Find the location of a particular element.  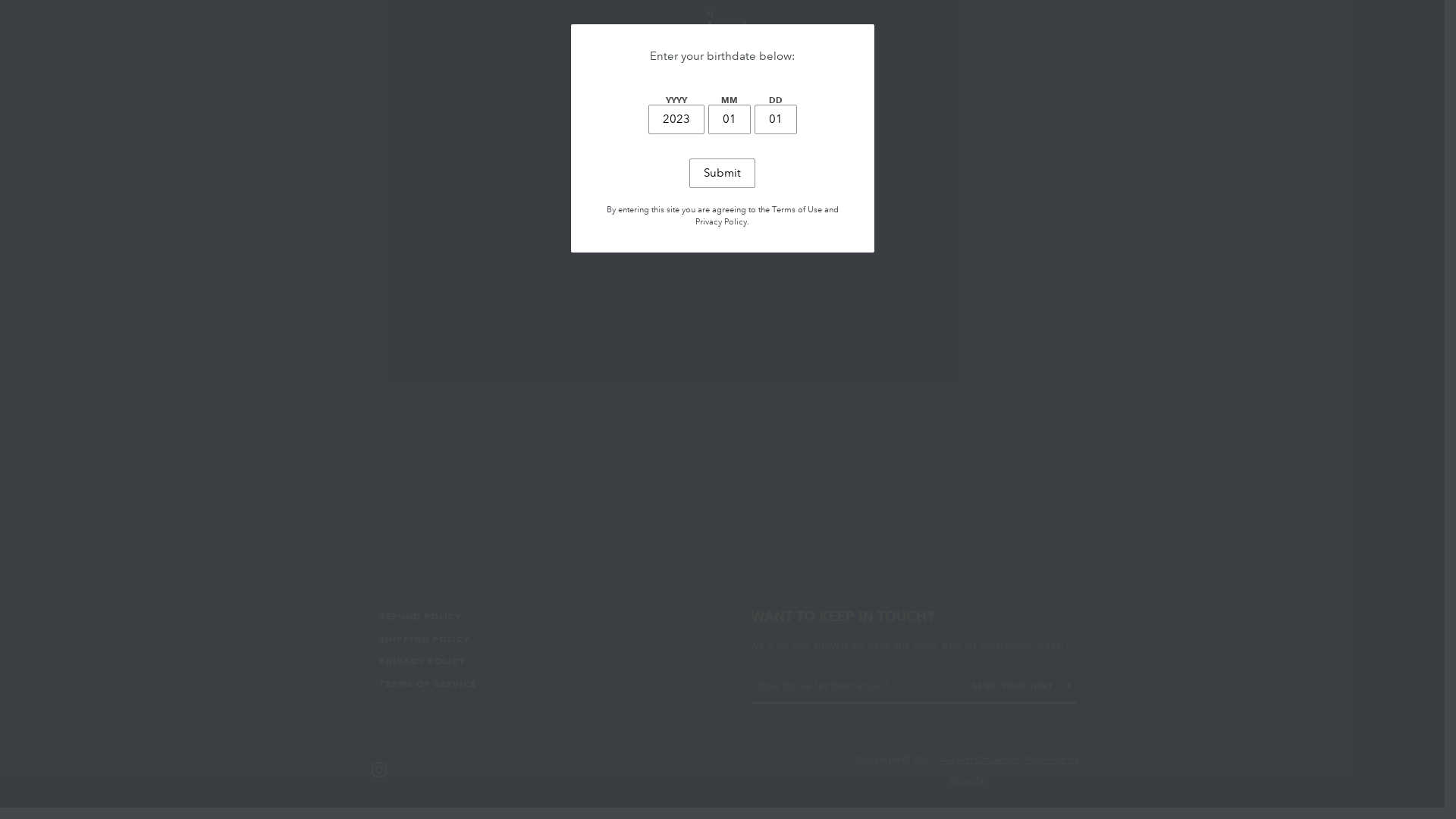

'VIEW CART' is located at coordinates (1065, 30).